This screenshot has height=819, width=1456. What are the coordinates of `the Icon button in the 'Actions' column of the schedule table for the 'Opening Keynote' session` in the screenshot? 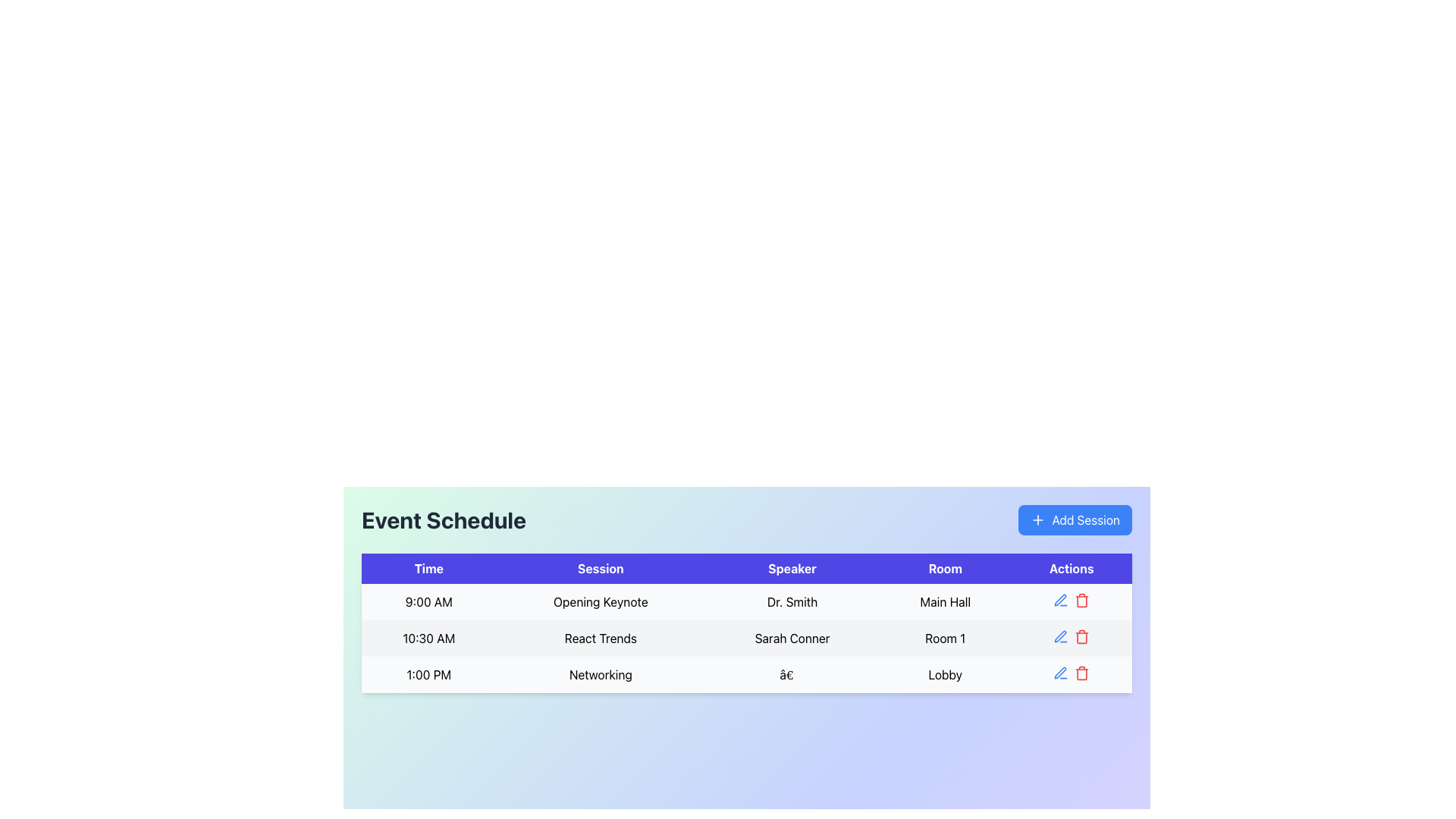 It's located at (1060, 599).